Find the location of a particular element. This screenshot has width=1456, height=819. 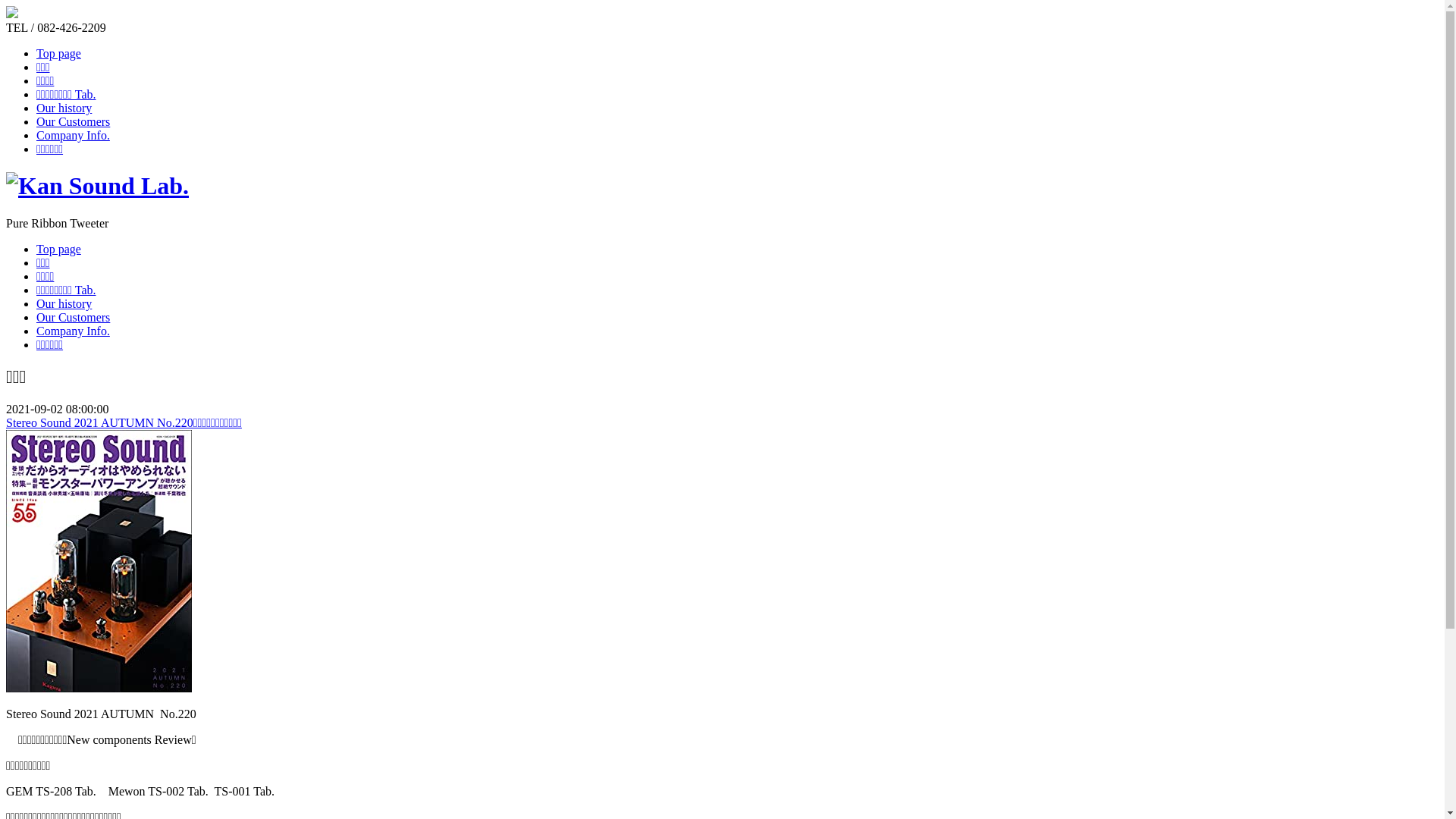

'Company Info.' is located at coordinates (72, 330).